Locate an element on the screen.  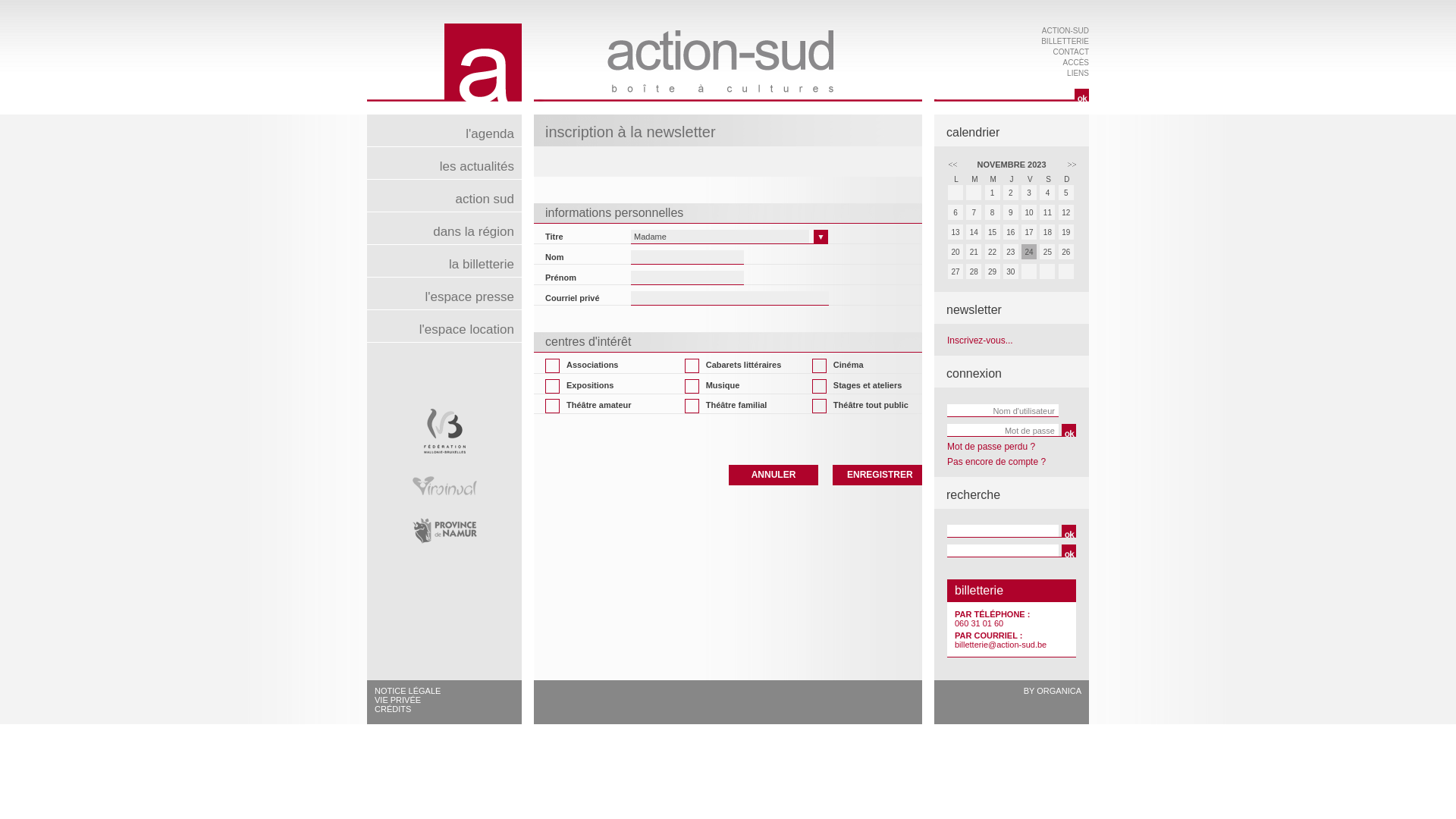
'l'espace presse' is located at coordinates (443, 293).